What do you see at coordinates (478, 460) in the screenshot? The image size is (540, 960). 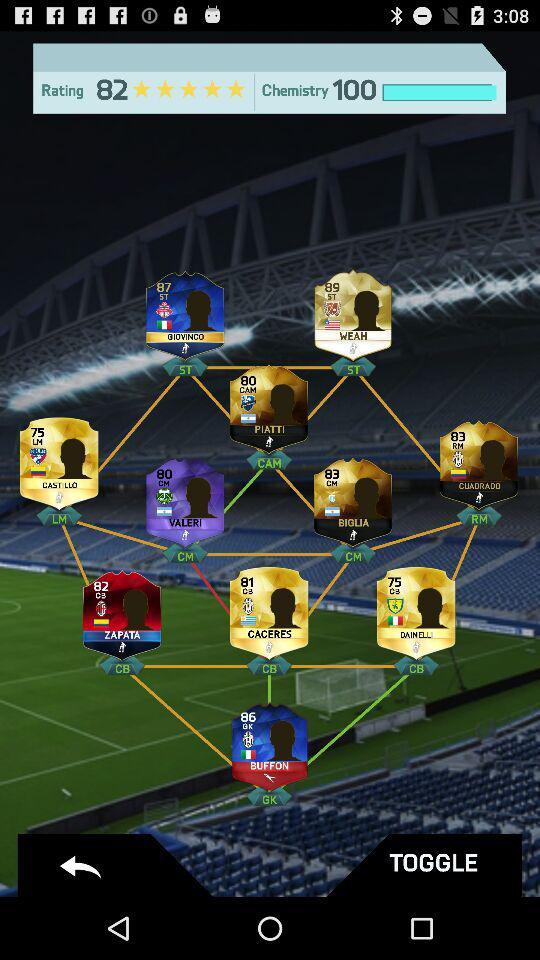 I see `right midfielder` at bounding box center [478, 460].